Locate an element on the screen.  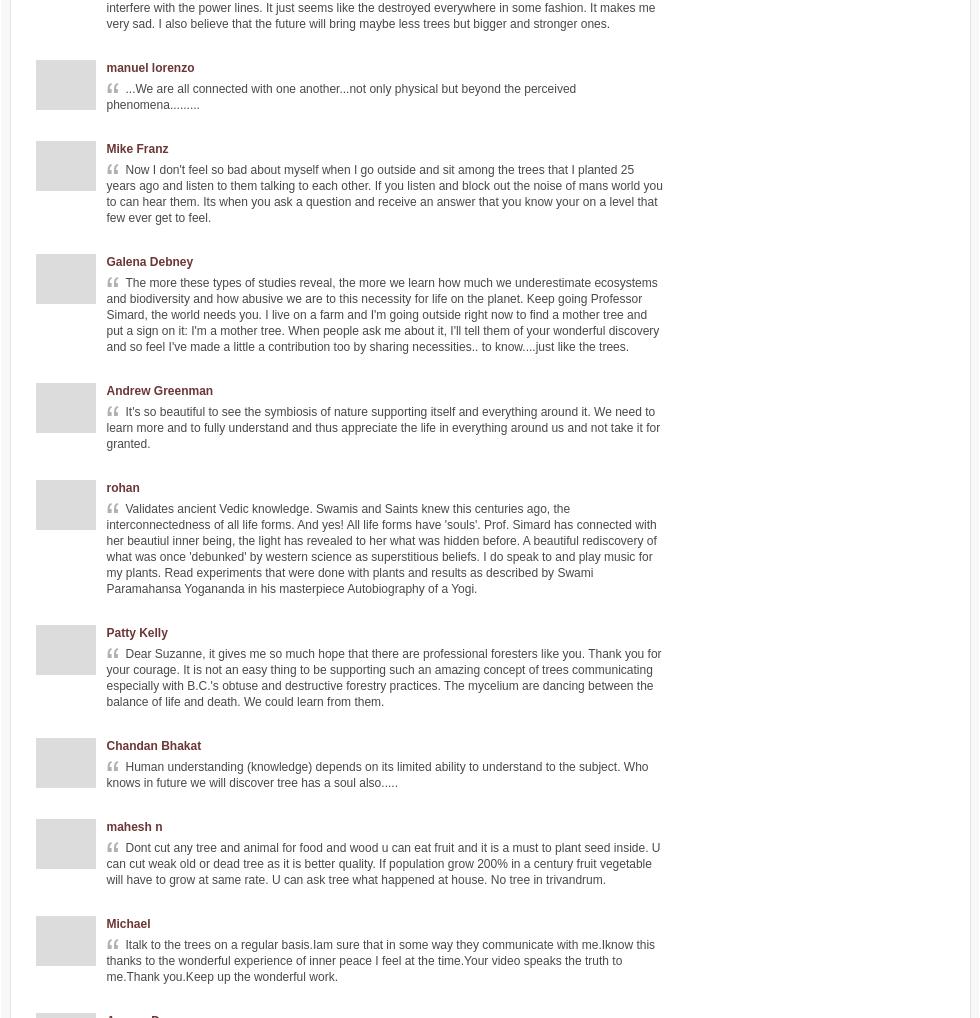
'Validates ancient Vedic knowledge. Swamis and Saints knew this centuries ago, the interconnectedness of all life forms. And yes! All life forms have 'souls'. Prof. Simard has connected with her beautiul inner being, the light has revealed to her what was hidden before. A beautiful rediscovery of what was once 'debunked' by western science as superstitious beliefs. I do speak to and play music for my plants. Read experiments that were done with plants and results as described by Swami Paramahansa Yogananda in his masterpiece Autobiography of a Yogi.' is located at coordinates (381, 548).